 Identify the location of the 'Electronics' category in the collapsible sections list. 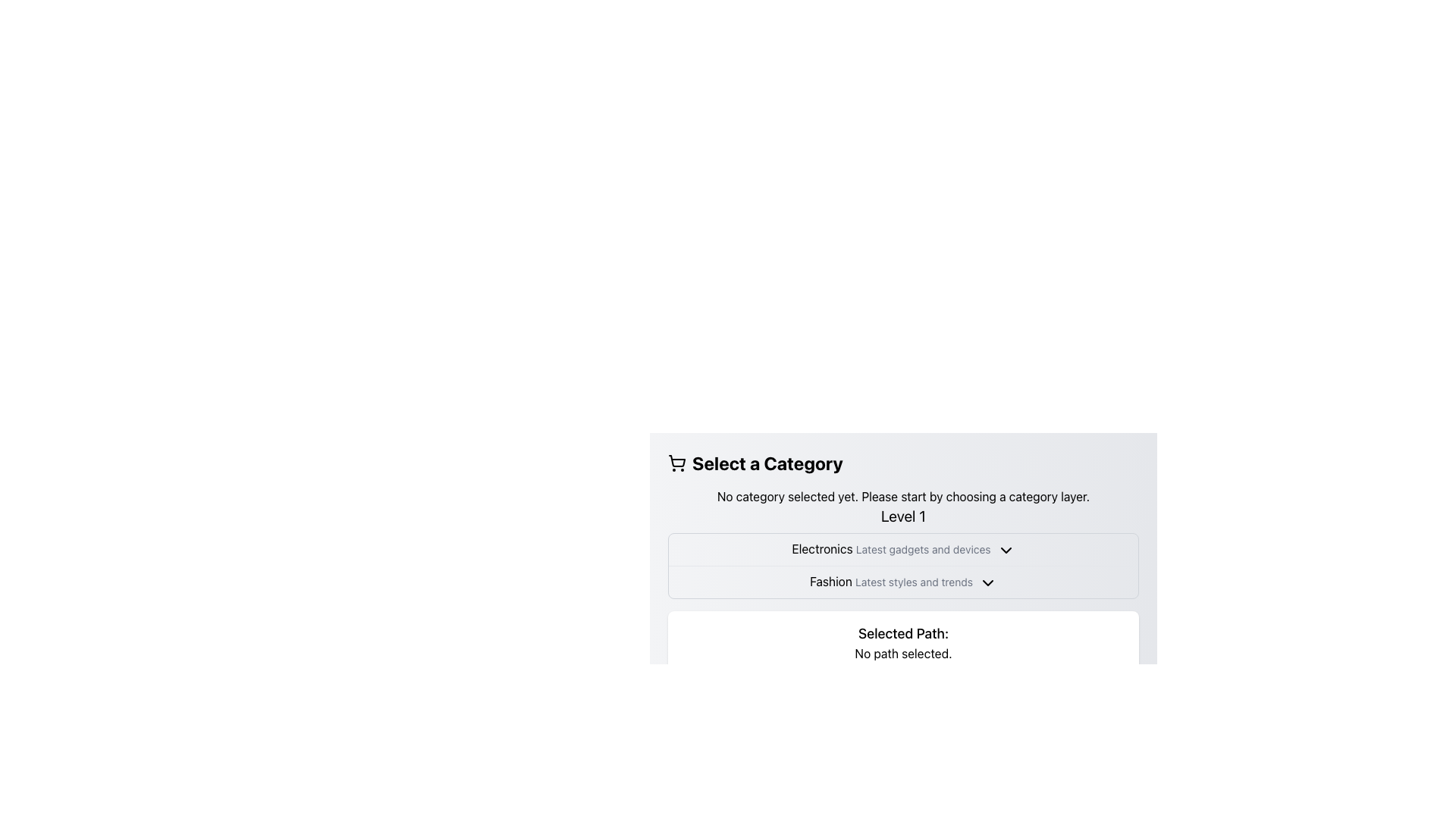
(903, 552).